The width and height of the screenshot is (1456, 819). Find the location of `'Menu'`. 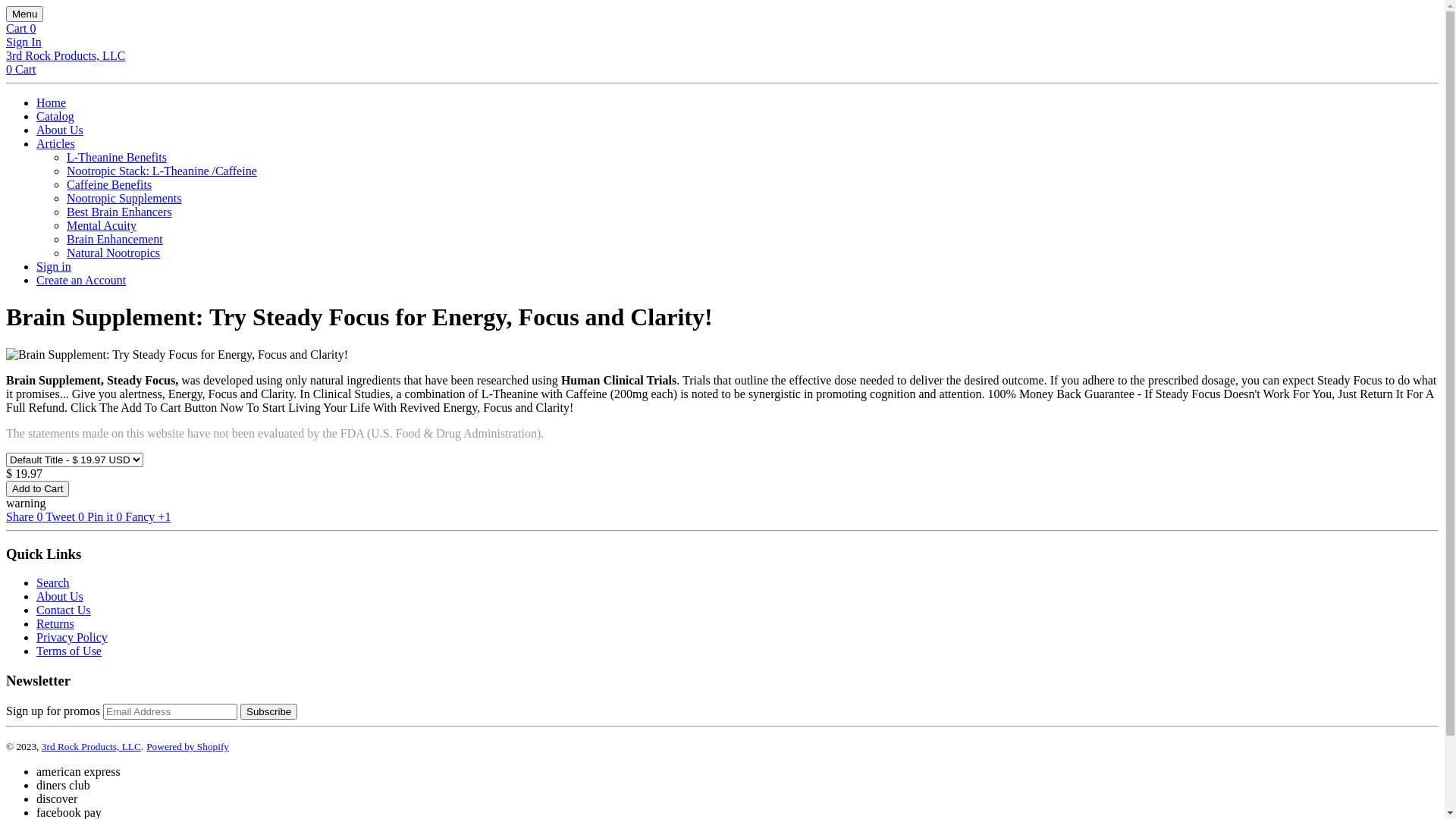

'Menu' is located at coordinates (24, 14).